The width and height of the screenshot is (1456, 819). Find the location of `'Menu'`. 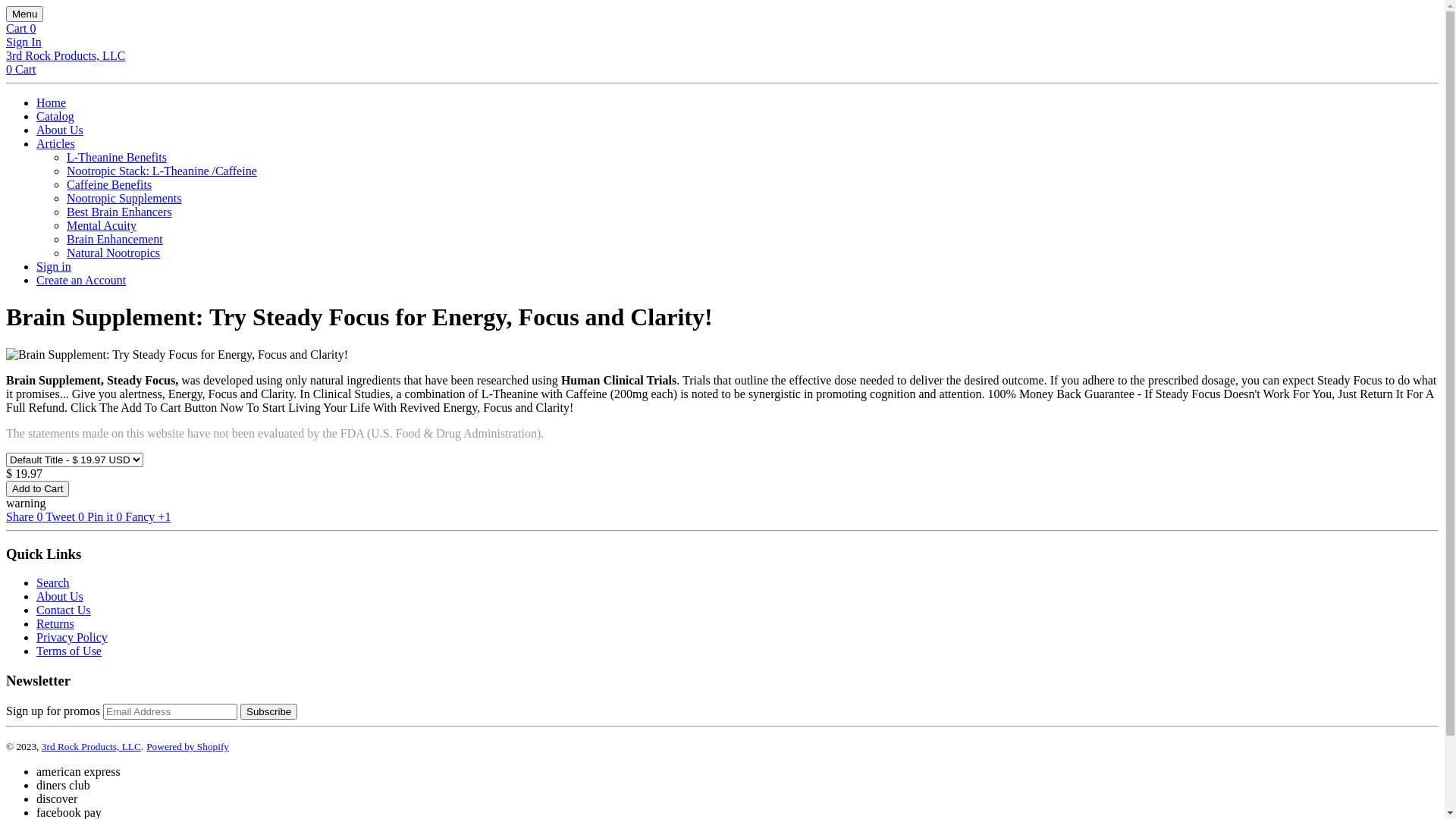

'Menu' is located at coordinates (24, 14).